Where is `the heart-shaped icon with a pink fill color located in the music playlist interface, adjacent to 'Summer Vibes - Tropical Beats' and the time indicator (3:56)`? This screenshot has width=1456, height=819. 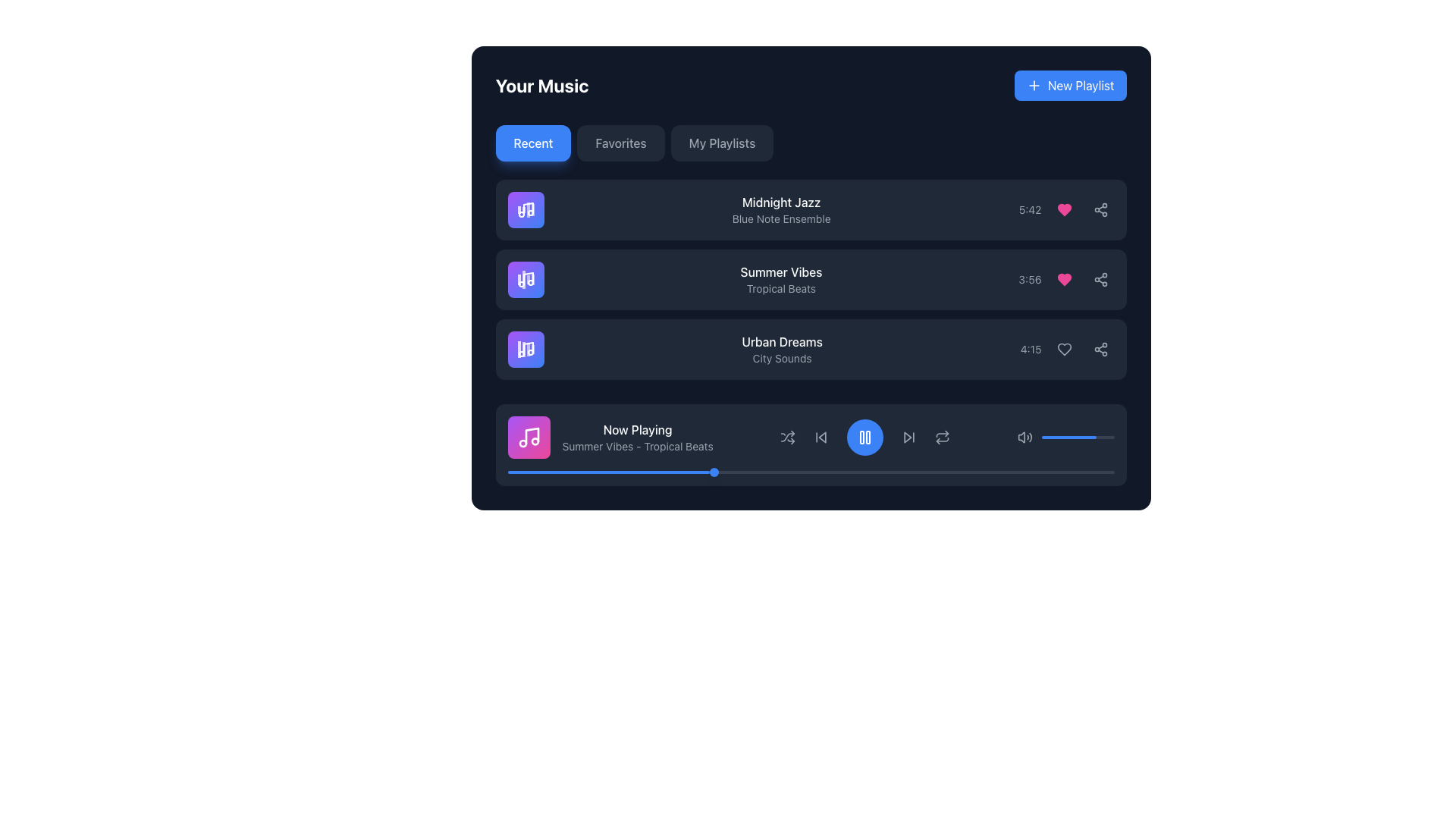
the heart-shaped icon with a pink fill color located in the music playlist interface, adjacent to 'Summer Vibes - Tropical Beats' and the time indicator (3:56) is located at coordinates (1063, 280).